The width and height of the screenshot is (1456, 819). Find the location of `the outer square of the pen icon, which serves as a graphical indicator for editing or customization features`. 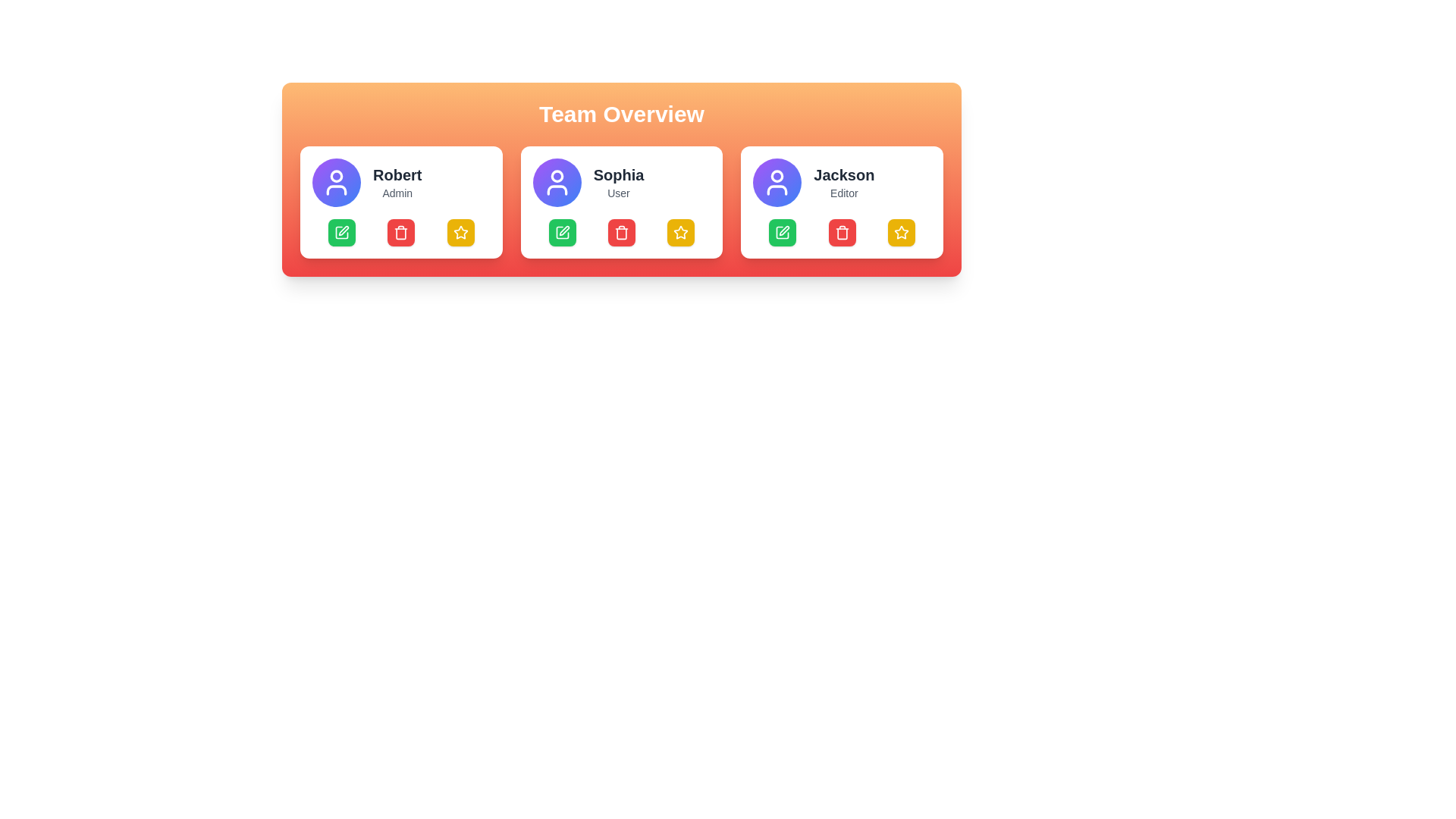

the outer square of the pen icon, which serves as a graphical indicator for editing or customization features is located at coordinates (783, 233).